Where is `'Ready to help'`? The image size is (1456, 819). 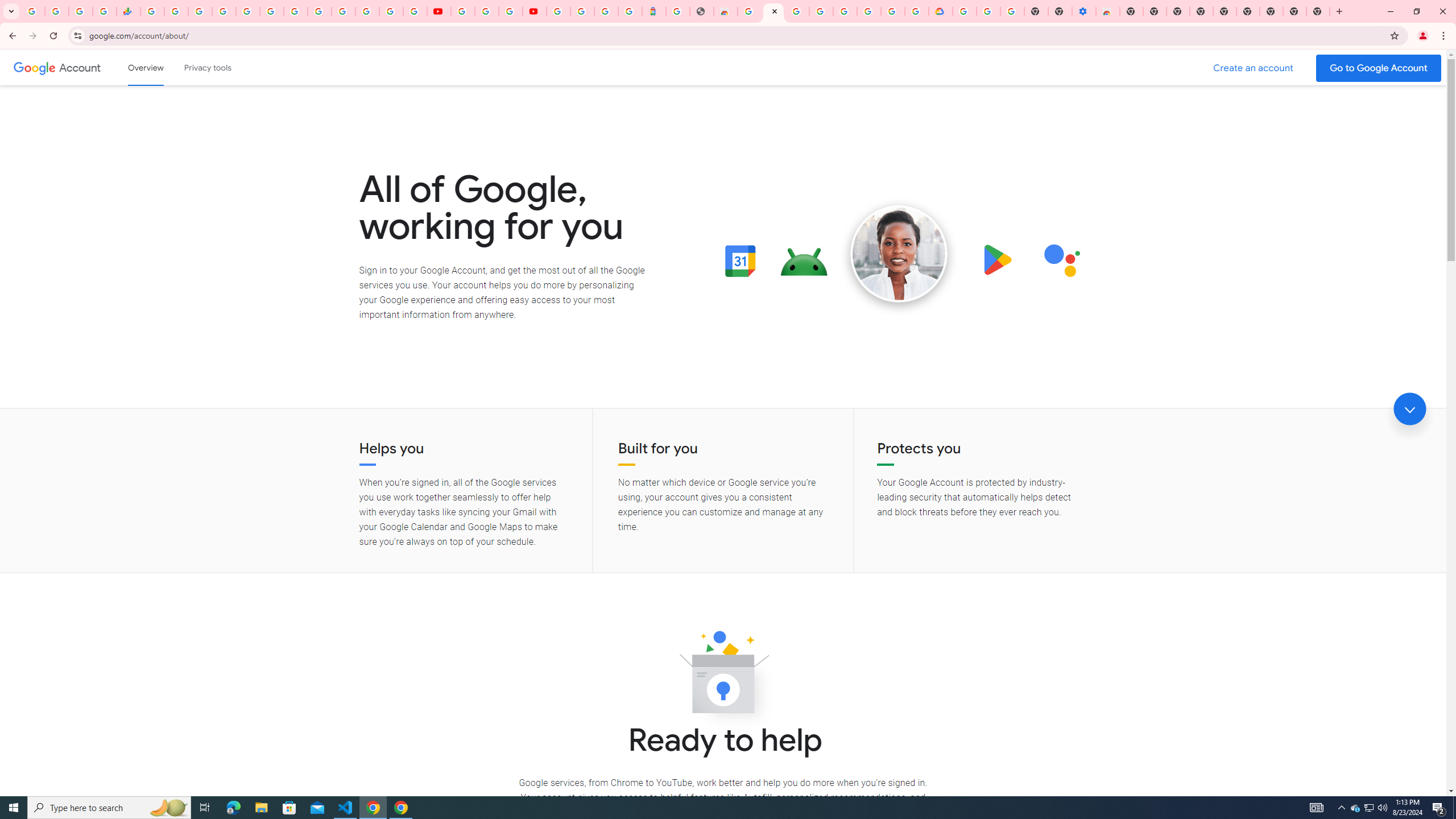 'Ready to help' is located at coordinates (723, 675).